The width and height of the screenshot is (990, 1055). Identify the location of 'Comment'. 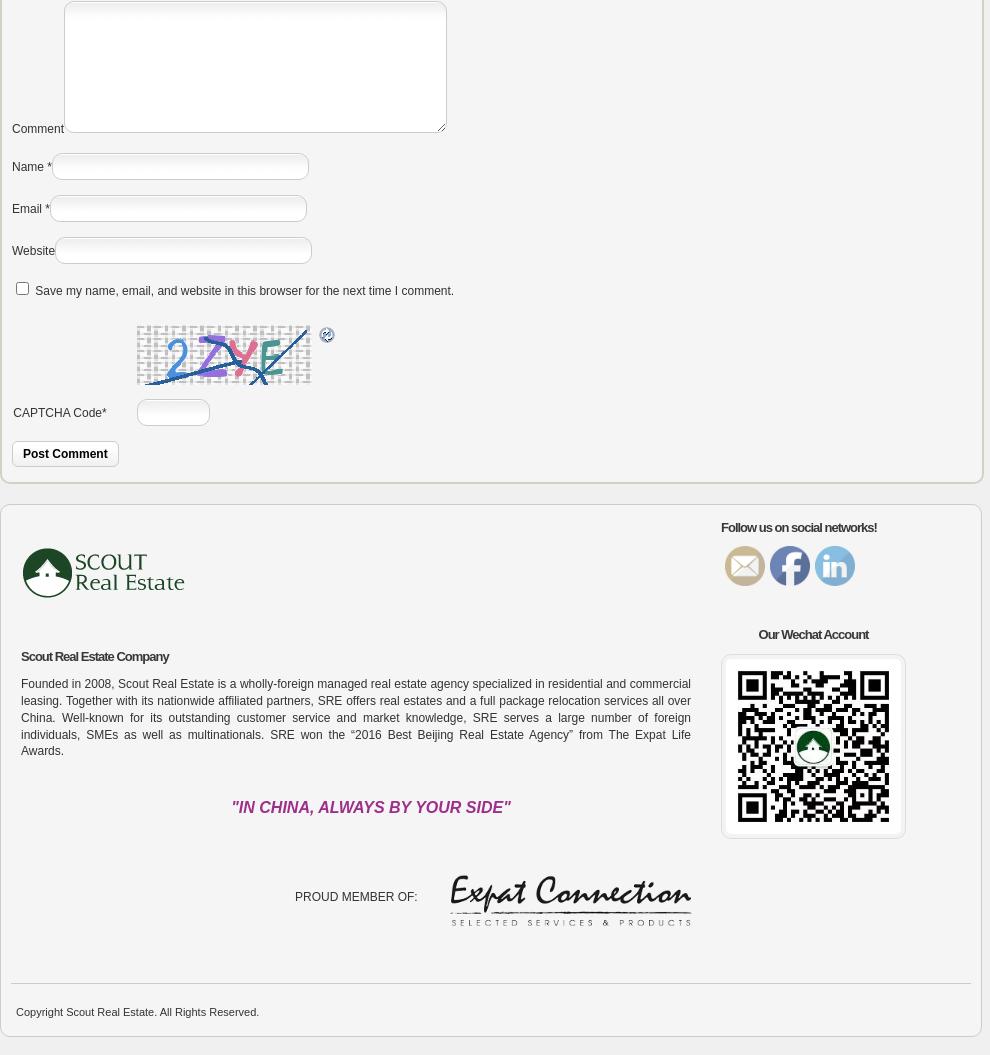
(10, 129).